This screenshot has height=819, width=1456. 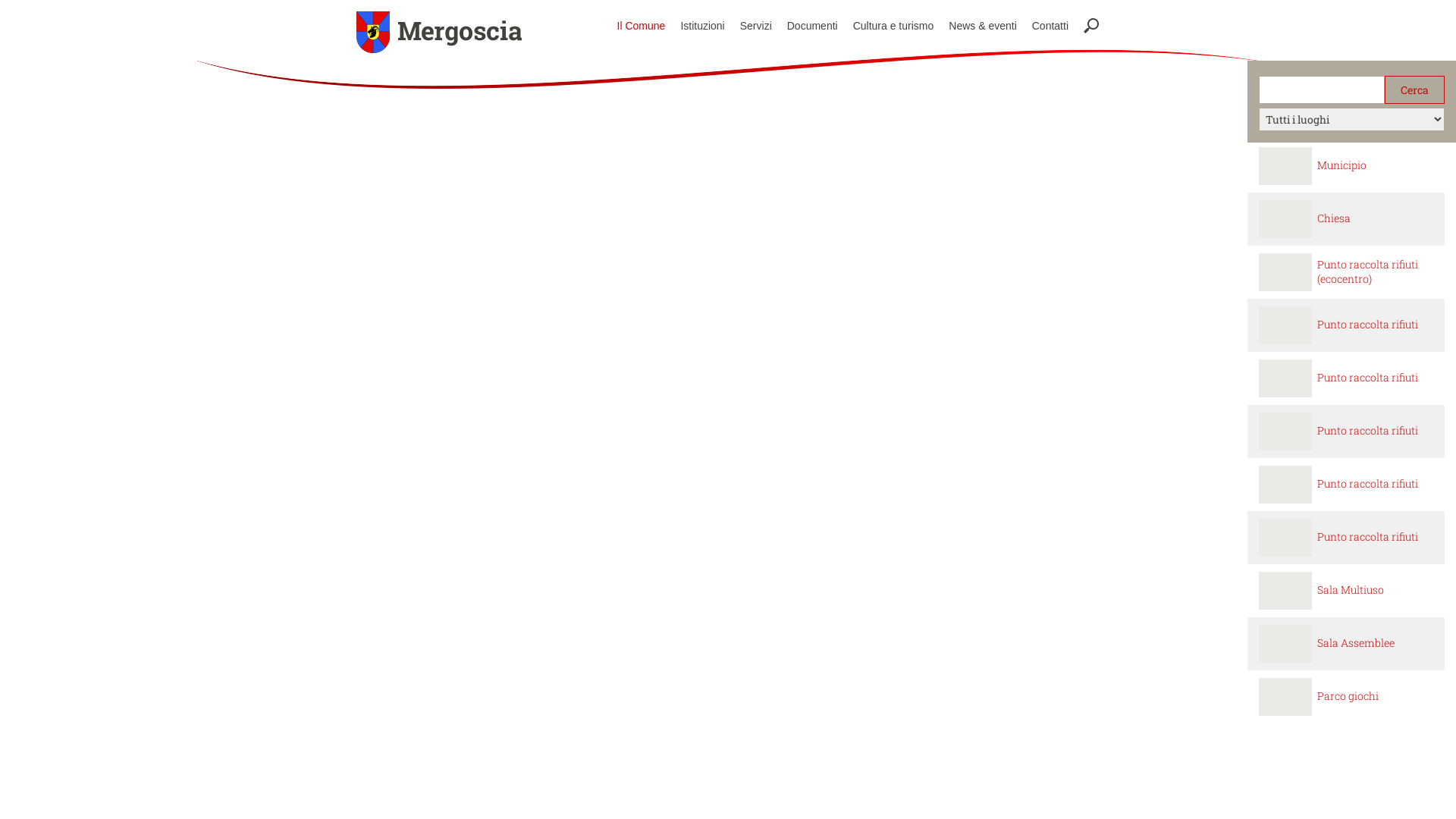 What do you see at coordinates (1414, 89) in the screenshot?
I see `'Cerca'` at bounding box center [1414, 89].